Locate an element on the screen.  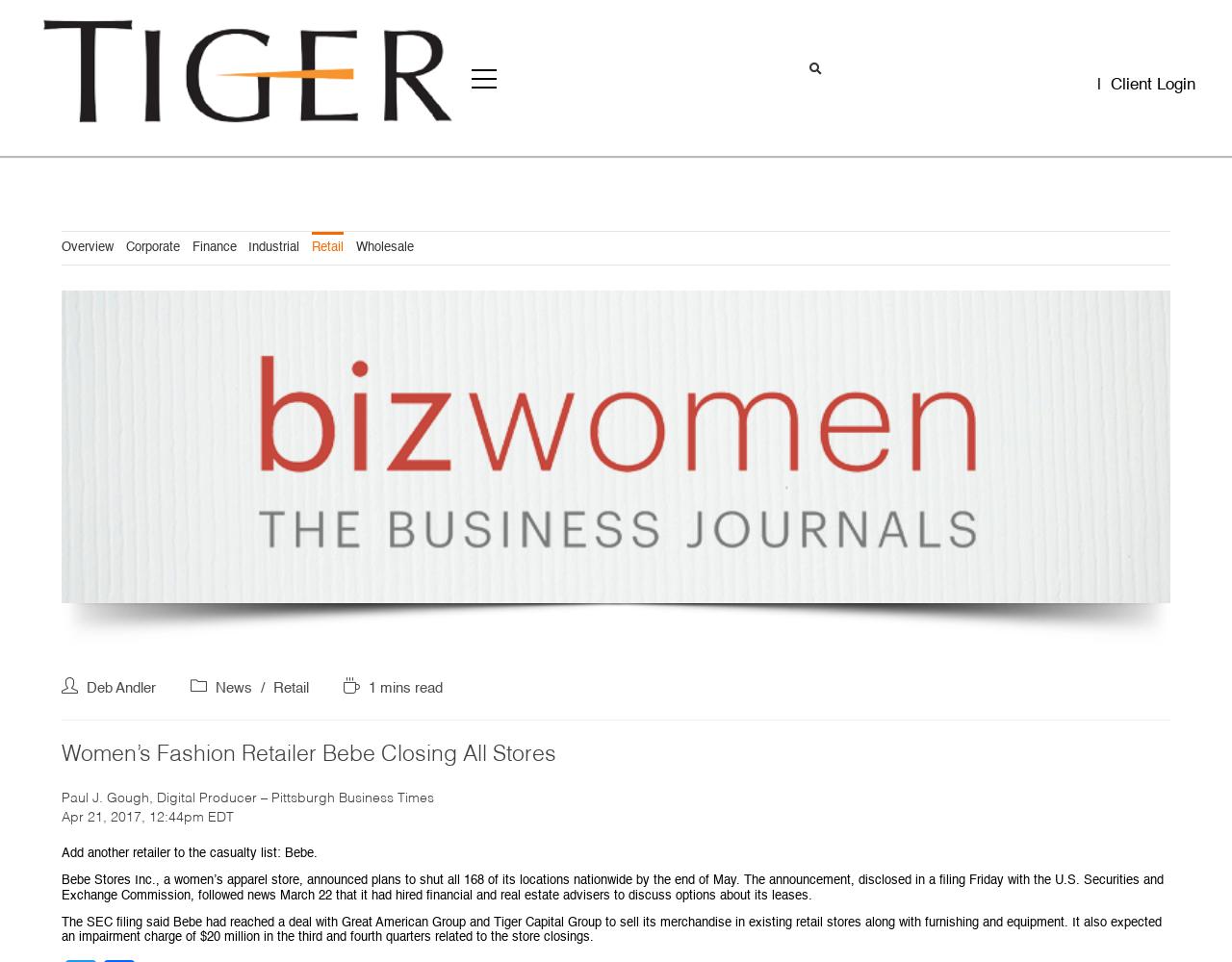
'|' is located at coordinates (1102, 84).